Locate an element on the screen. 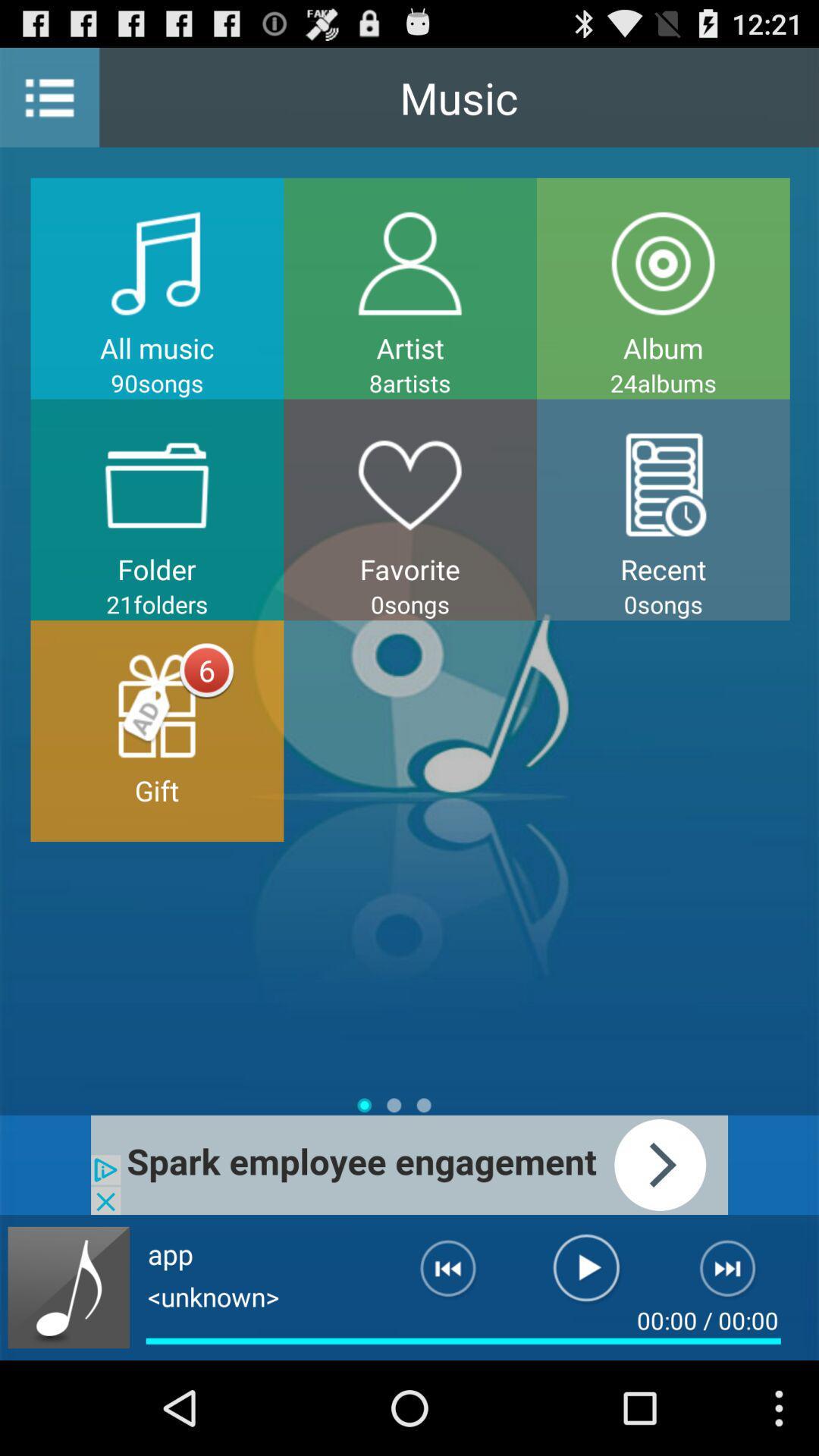  advertisement banner is located at coordinates (409, 1164).